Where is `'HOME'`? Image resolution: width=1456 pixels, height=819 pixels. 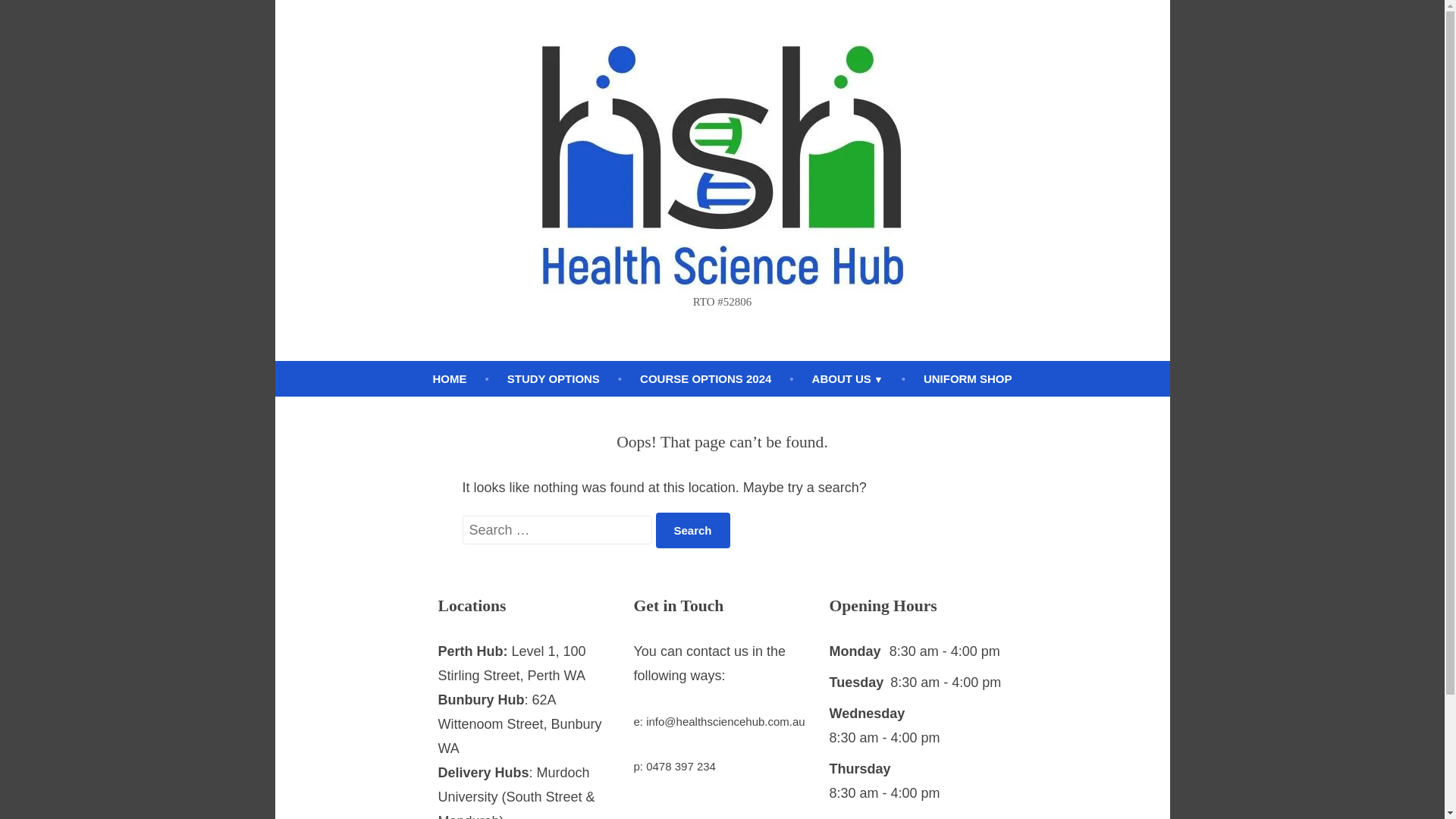 'HOME' is located at coordinates (449, 378).